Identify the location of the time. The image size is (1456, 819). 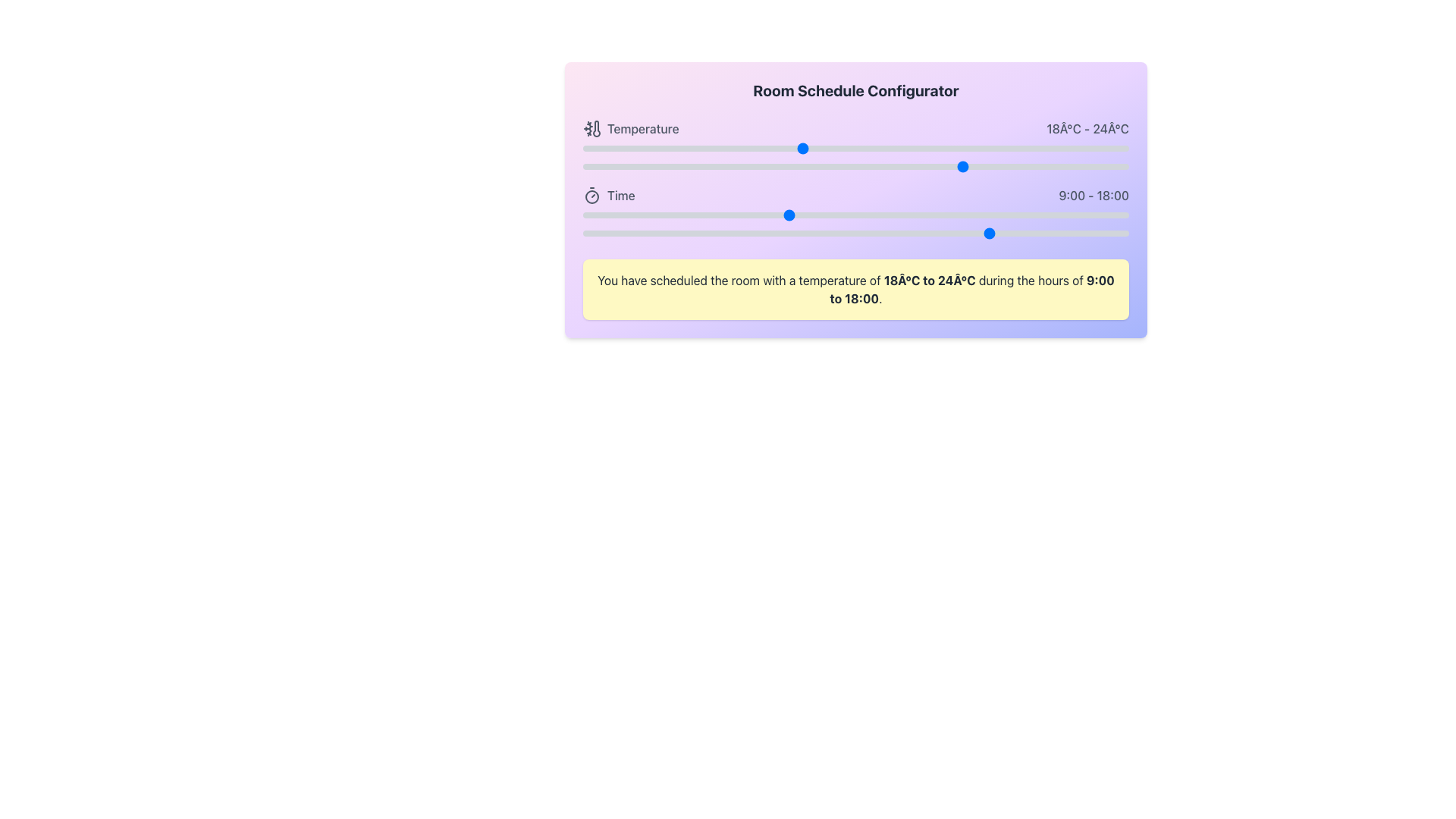
(673, 234).